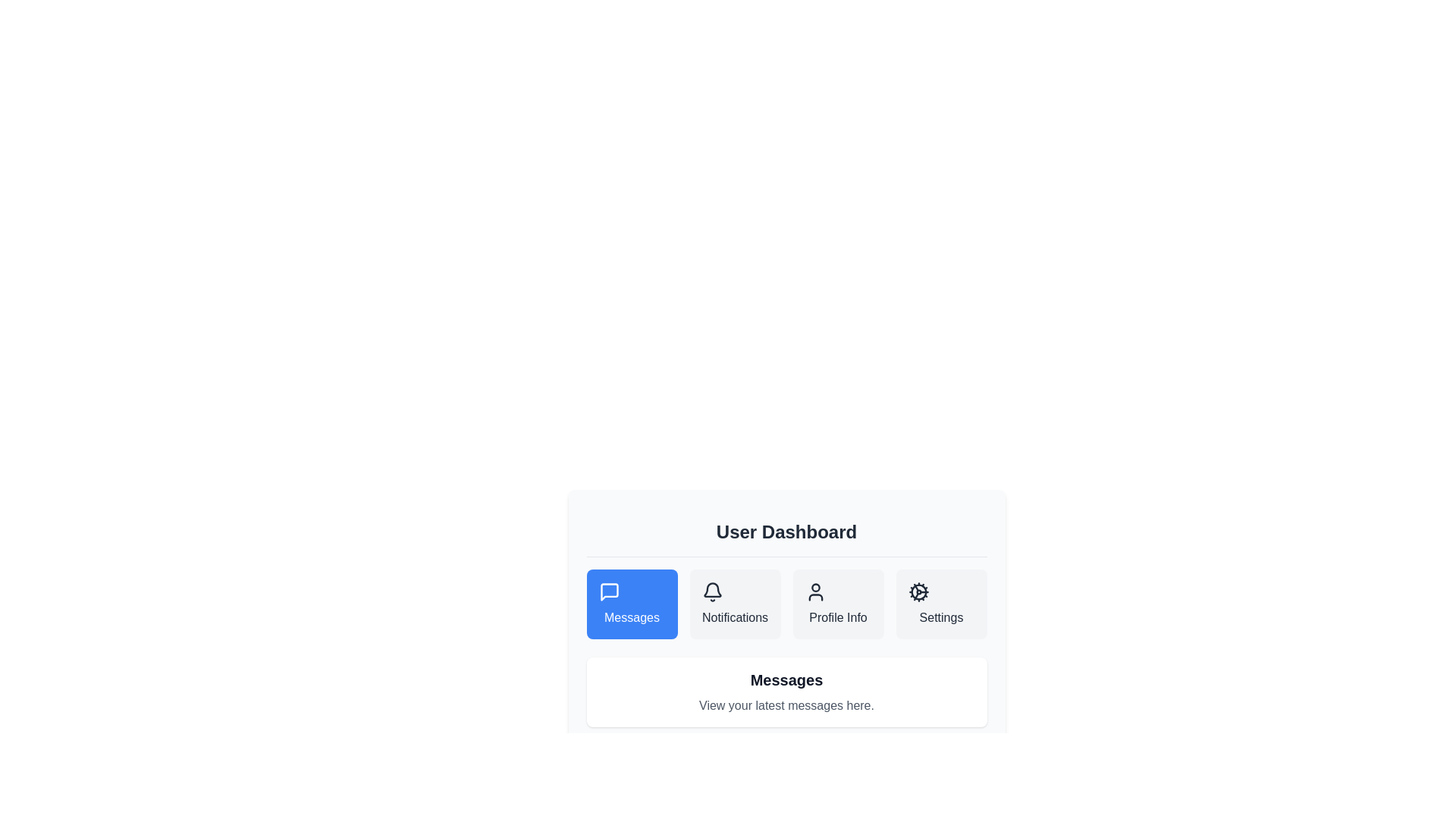 This screenshot has width=1456, height=819. Describe the element at coordinates (814, 591) in the screenshot. I see `the Profile Info icon to inspect it` at that location.